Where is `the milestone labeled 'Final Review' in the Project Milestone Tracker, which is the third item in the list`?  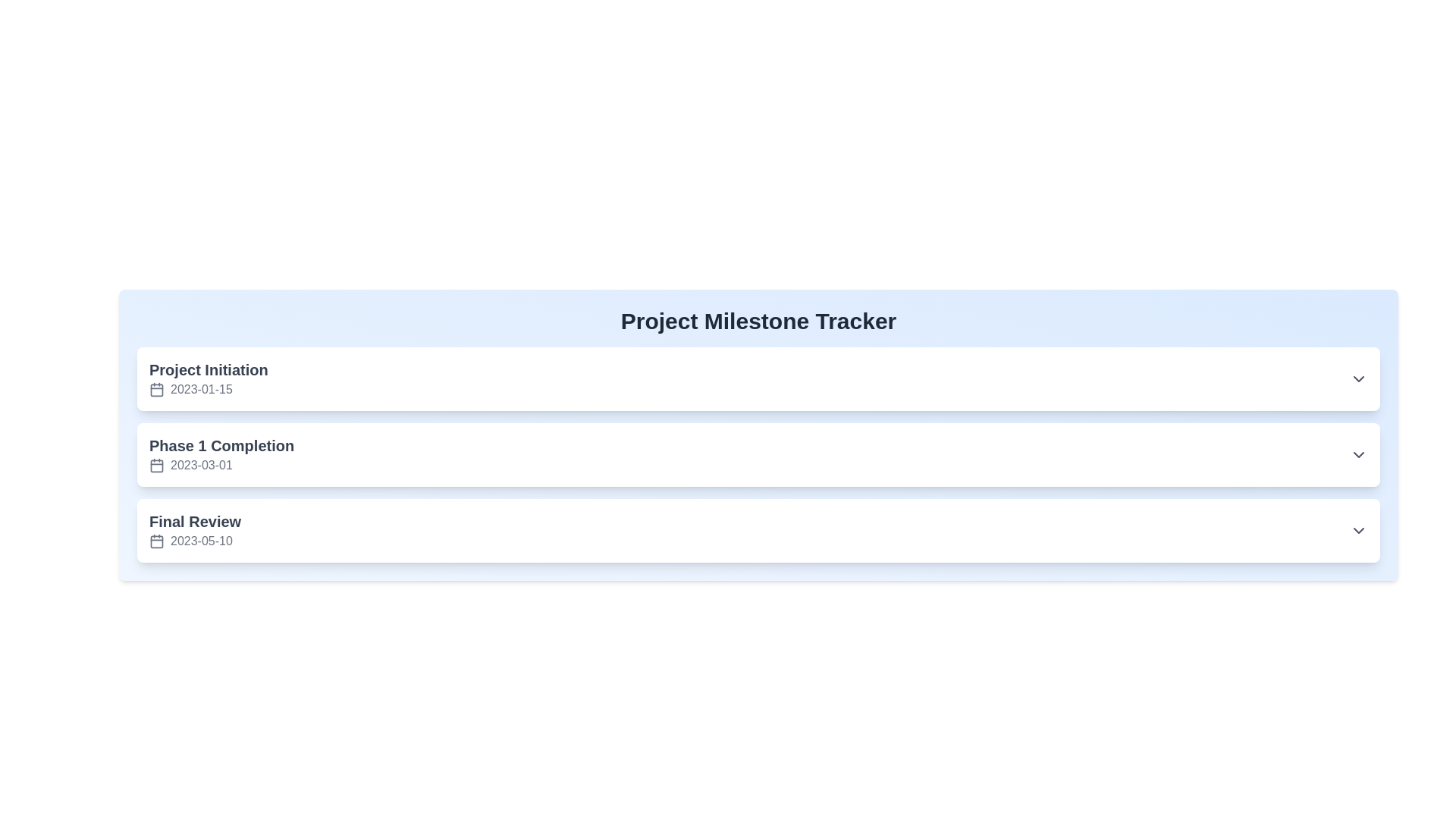
the milestone labeled 'Final Review' in the Project Milestone Tracker, which is the third item in the list is located at coordinates (194, 529).